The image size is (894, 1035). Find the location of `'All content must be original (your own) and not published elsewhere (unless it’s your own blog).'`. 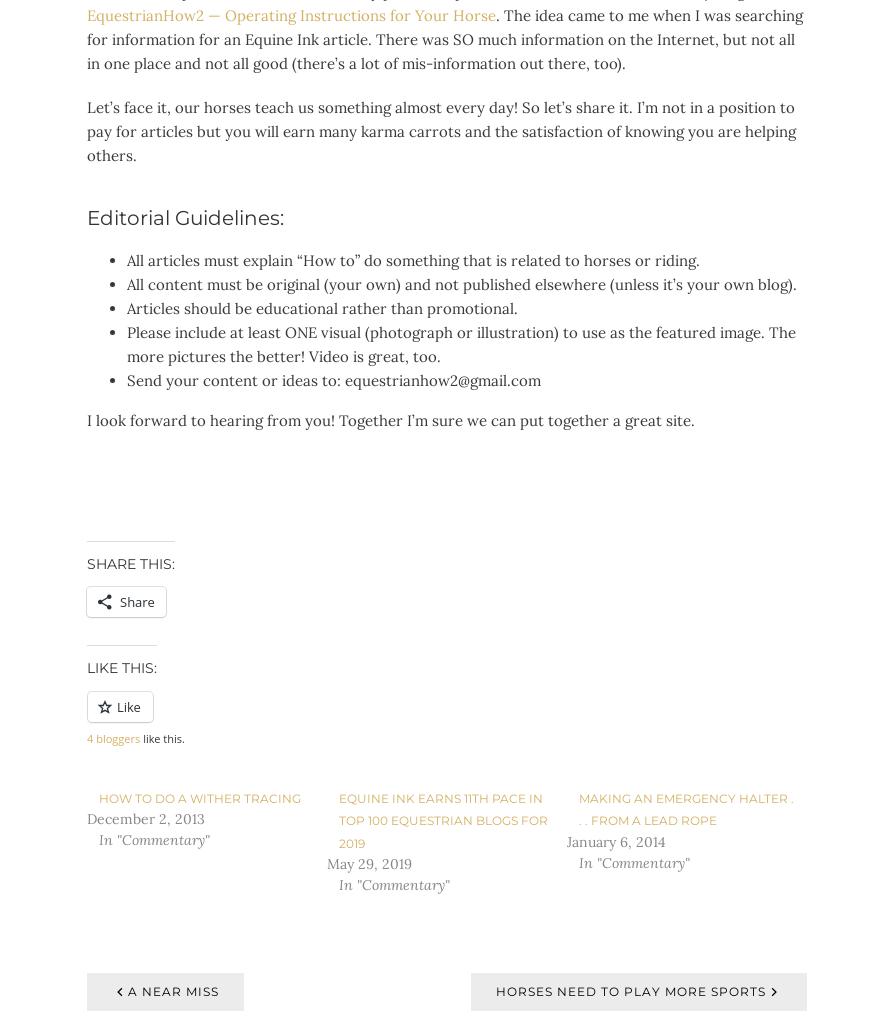

'All content must be original (your own) and not published elsewhere (unless it’s your own blog).' is located at coordinates (462, 284).